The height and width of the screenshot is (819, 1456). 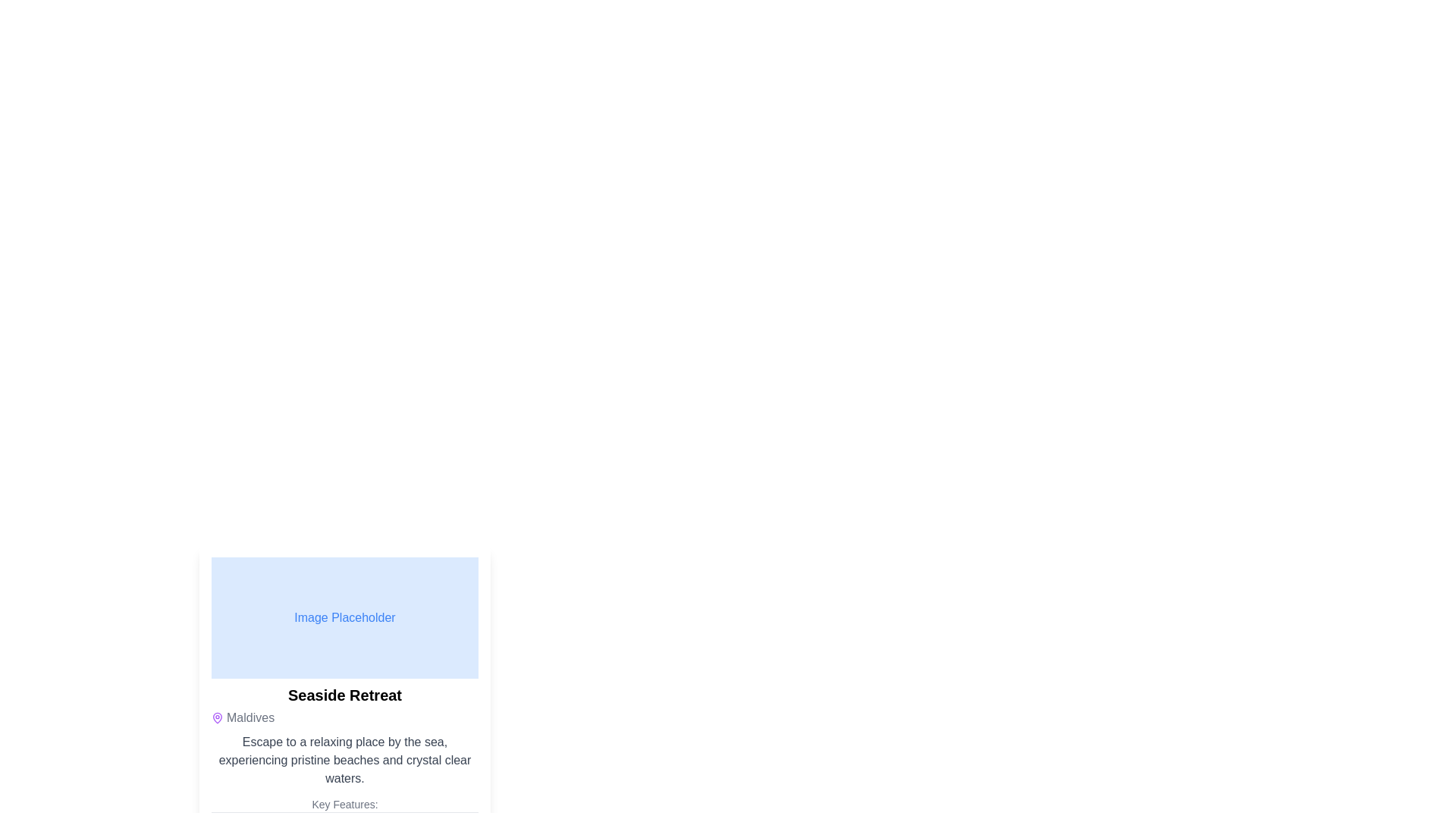 I want to click on the small map pin icon with a purple outline located next to the text 'Maldives', so click(x=217, y=717).